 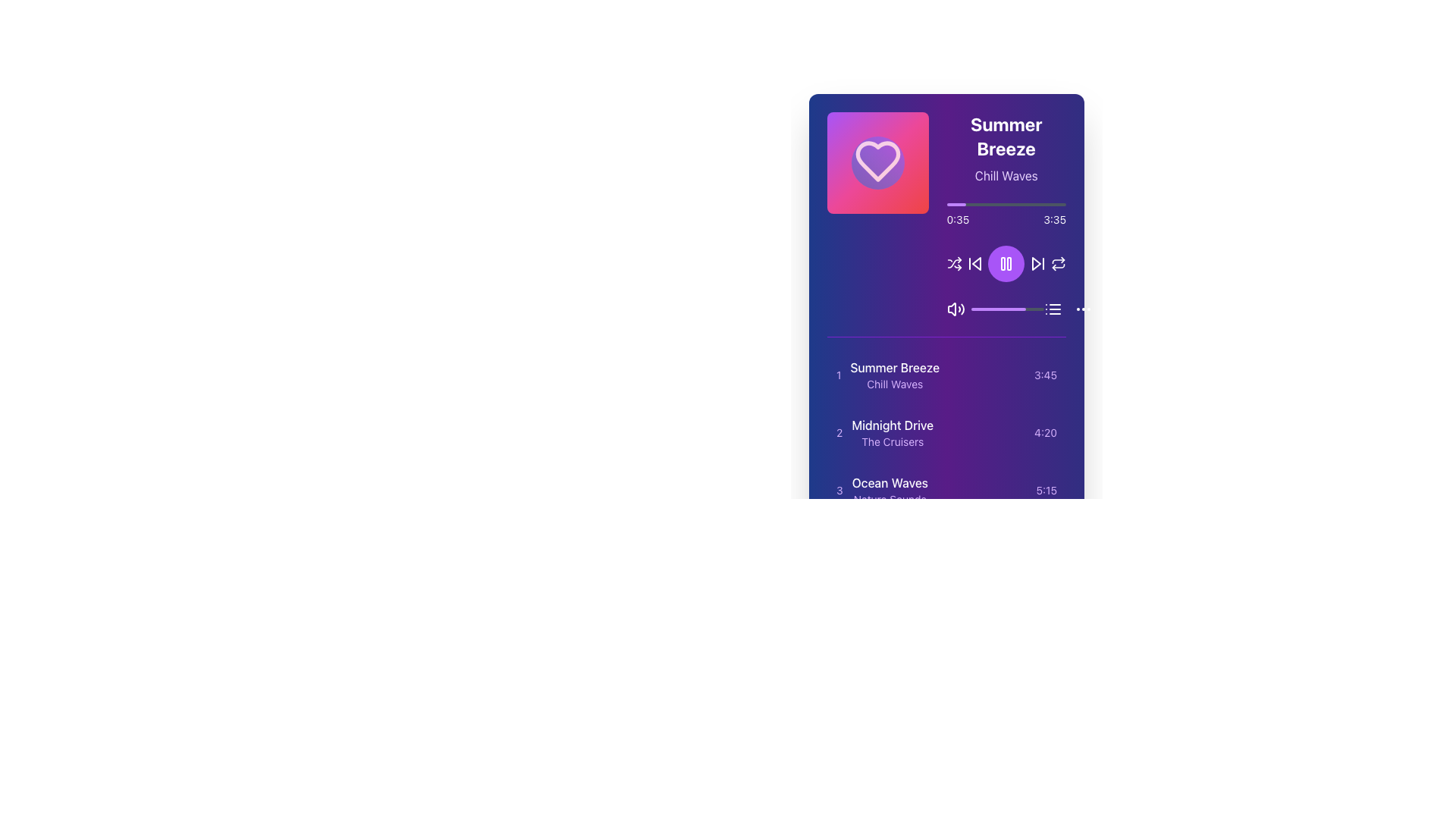 I want to click on the text label providing additional descriptive information about 'Ocean Waves', so click(x=890, y=500).